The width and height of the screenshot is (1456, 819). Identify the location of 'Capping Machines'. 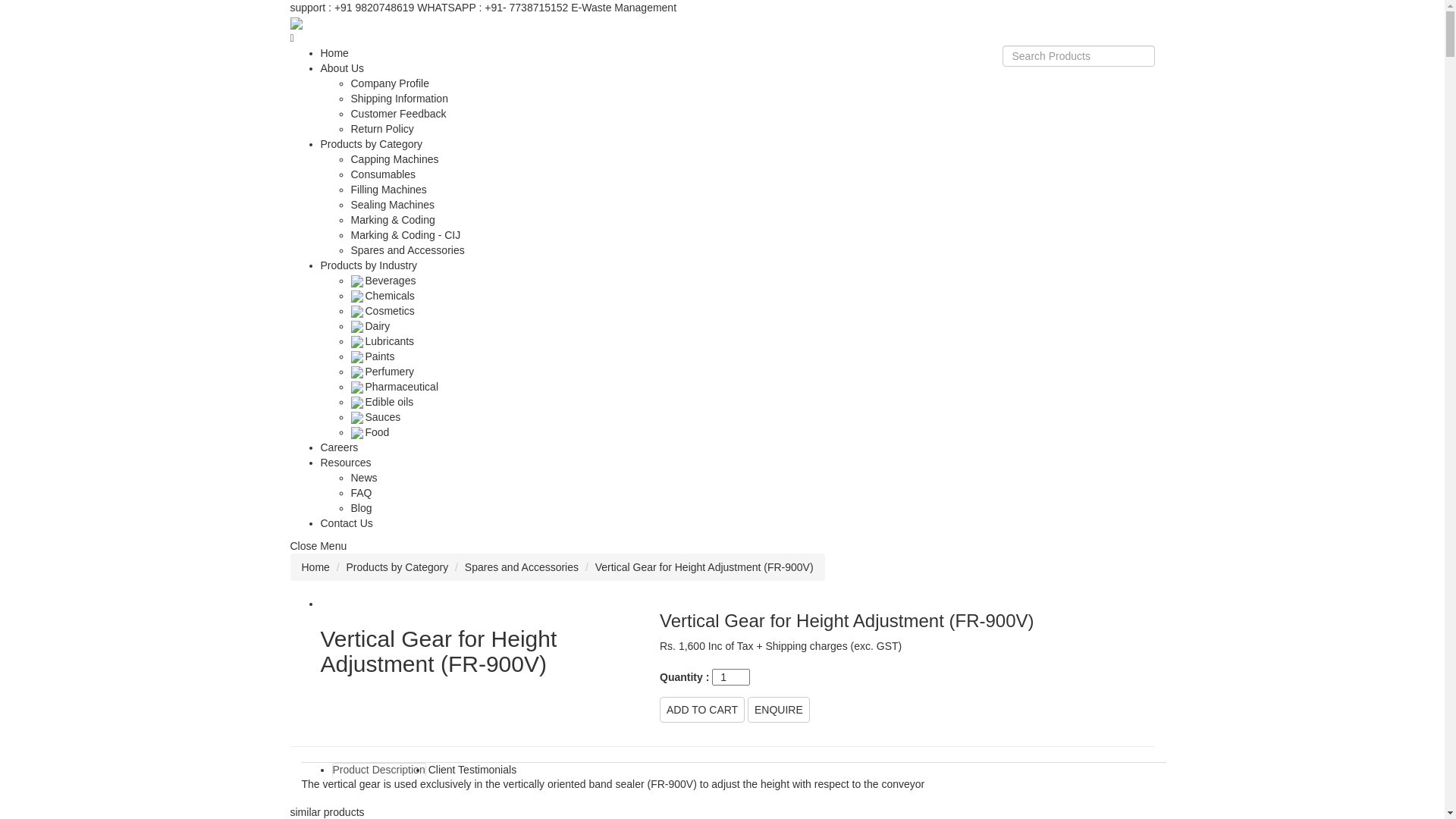
(394, 158).